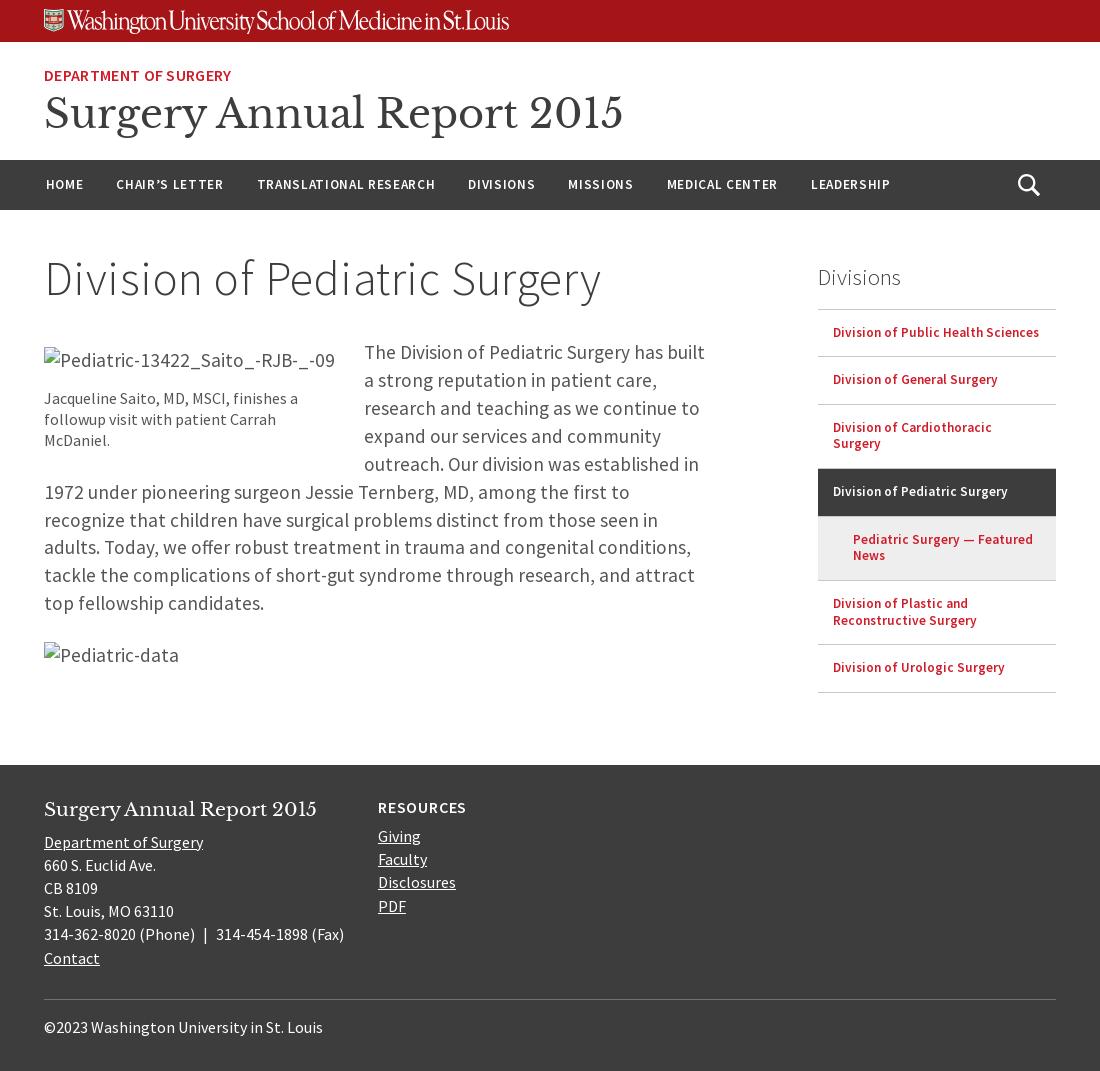 Image resolution: width=1100 pixels, height=1071 pixels. Describe the element at coordinates (721, 183) in the screenshot. I see `'Medical Center'` at that location.